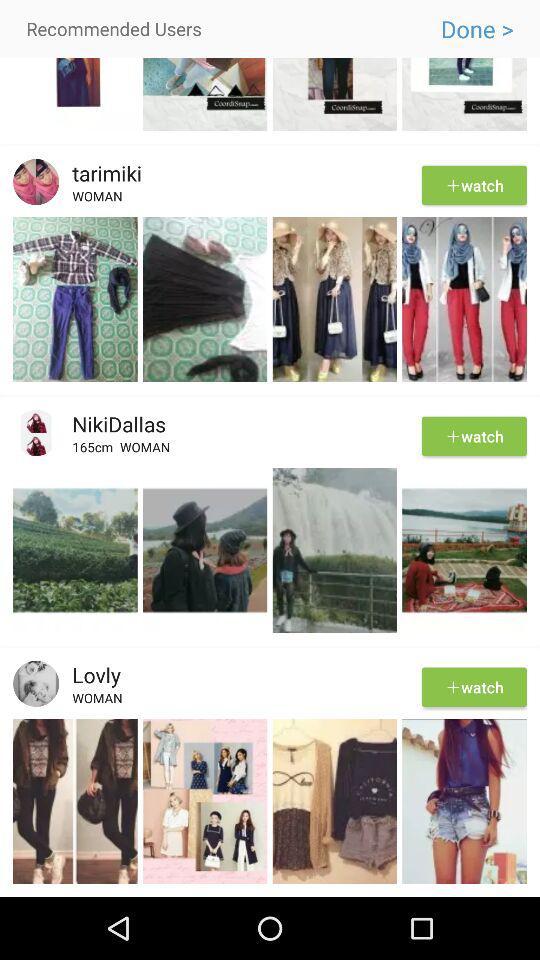 The image size is (540, 960). Describe the element at coordinates (99, 172) in the screenshot. I see `the tarimiki icon` at that location.